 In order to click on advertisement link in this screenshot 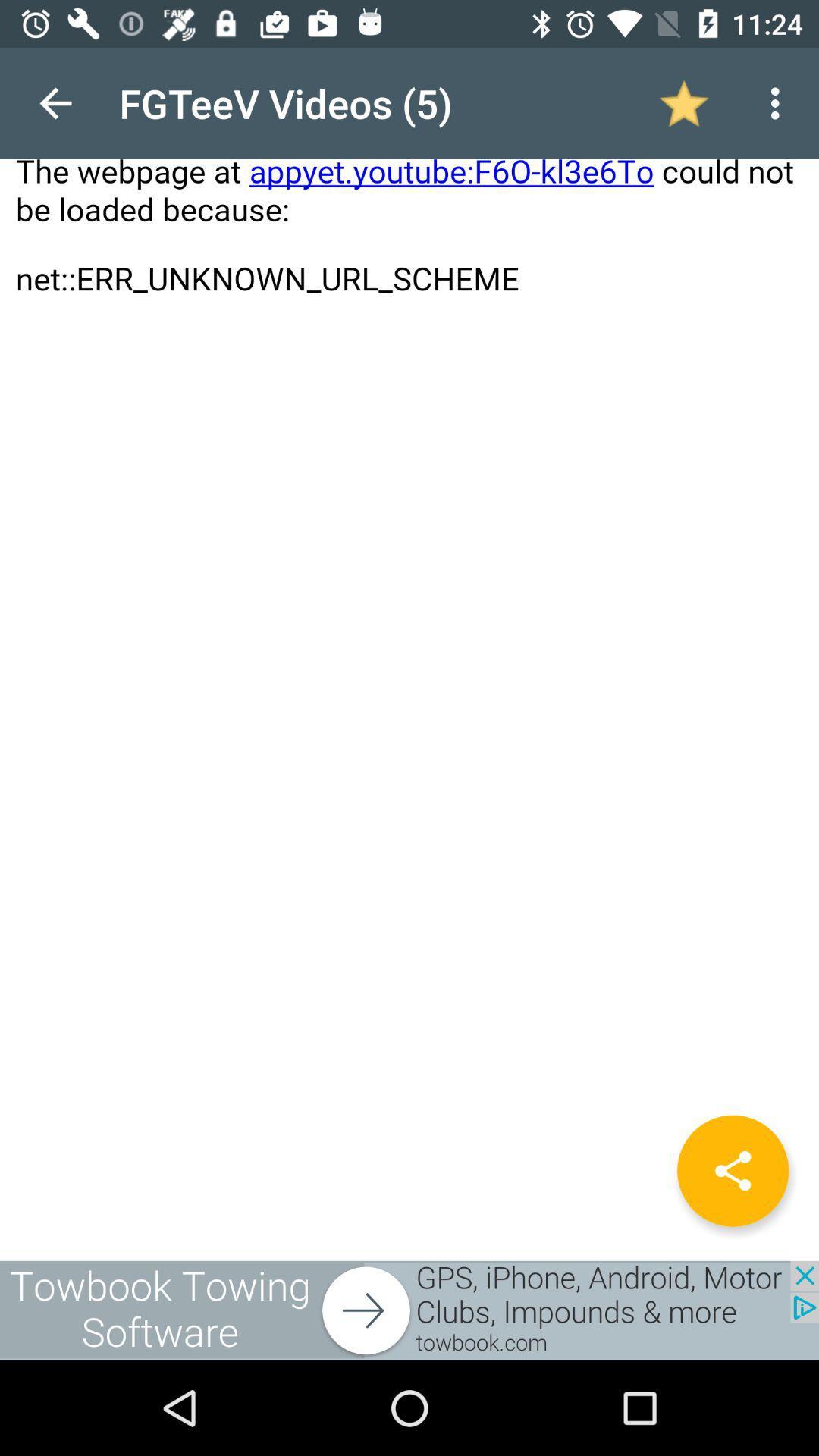, I will do `click(409, 1310)`.